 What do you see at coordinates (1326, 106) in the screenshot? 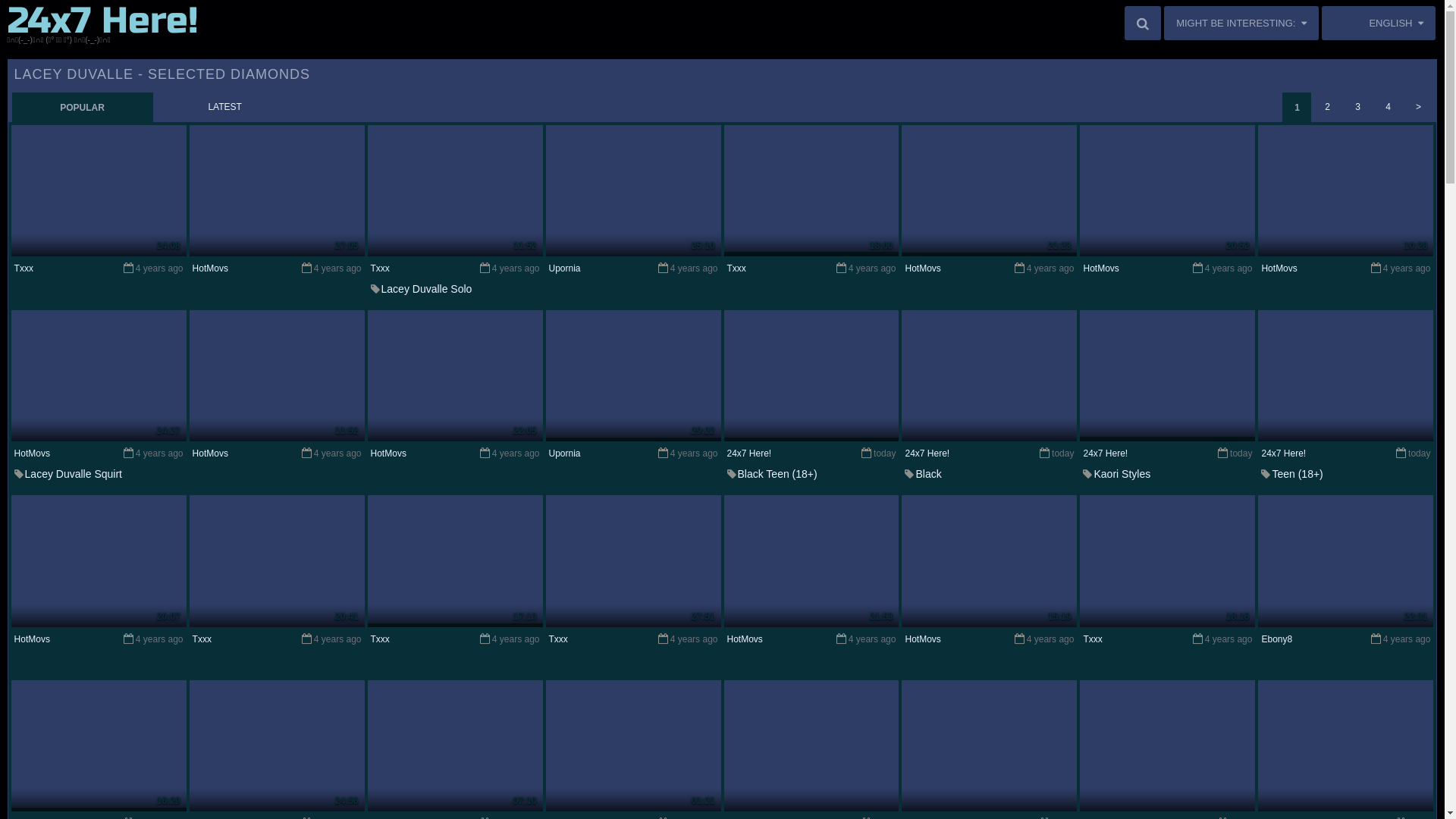
I see `'2'` at bounding box center [1326, 106].